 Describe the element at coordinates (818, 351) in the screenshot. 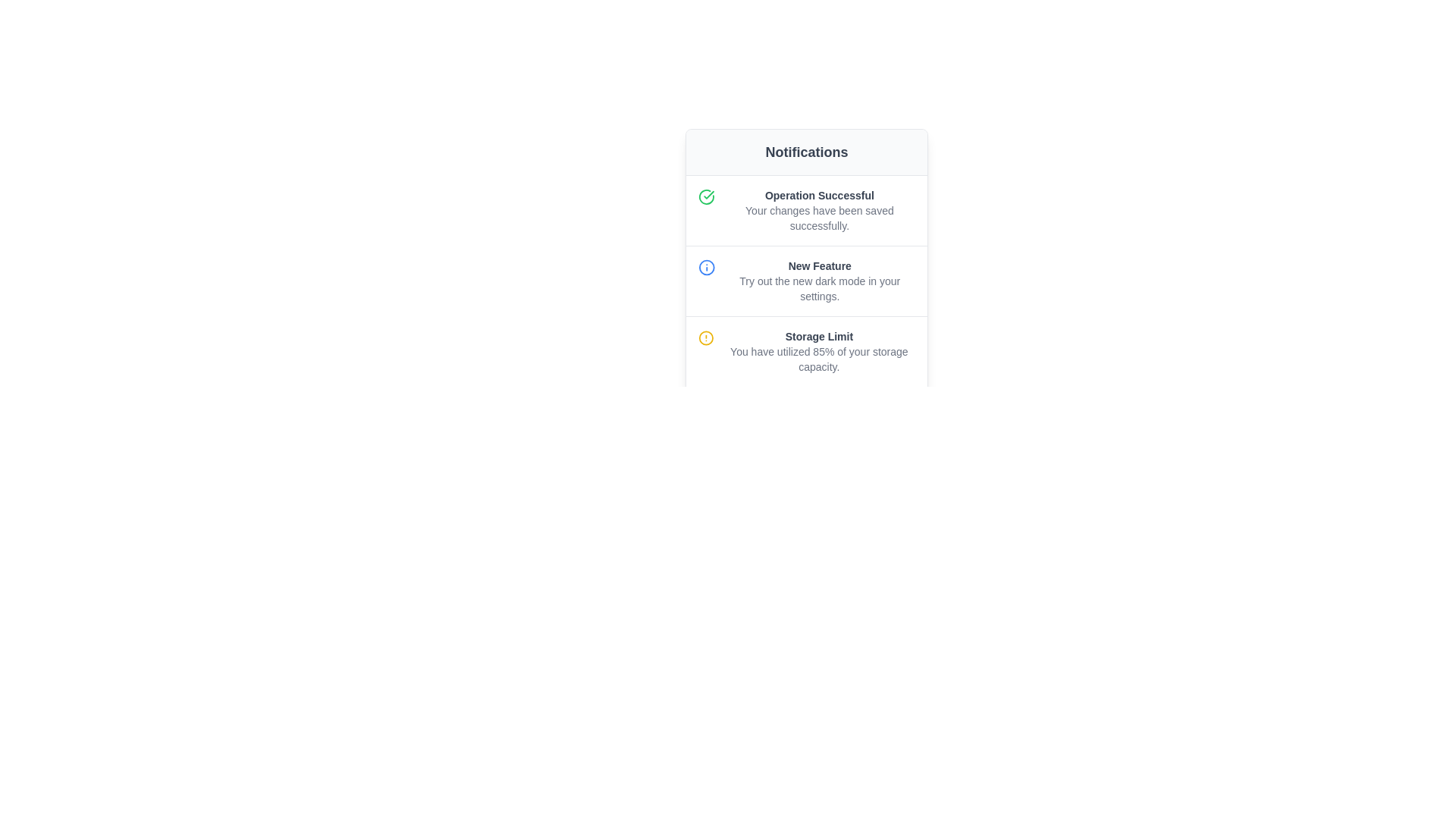

I see `the informational text block that warns about 85% storage usage, located at the bottom of the notification list under 'New Feature.'` at that location.